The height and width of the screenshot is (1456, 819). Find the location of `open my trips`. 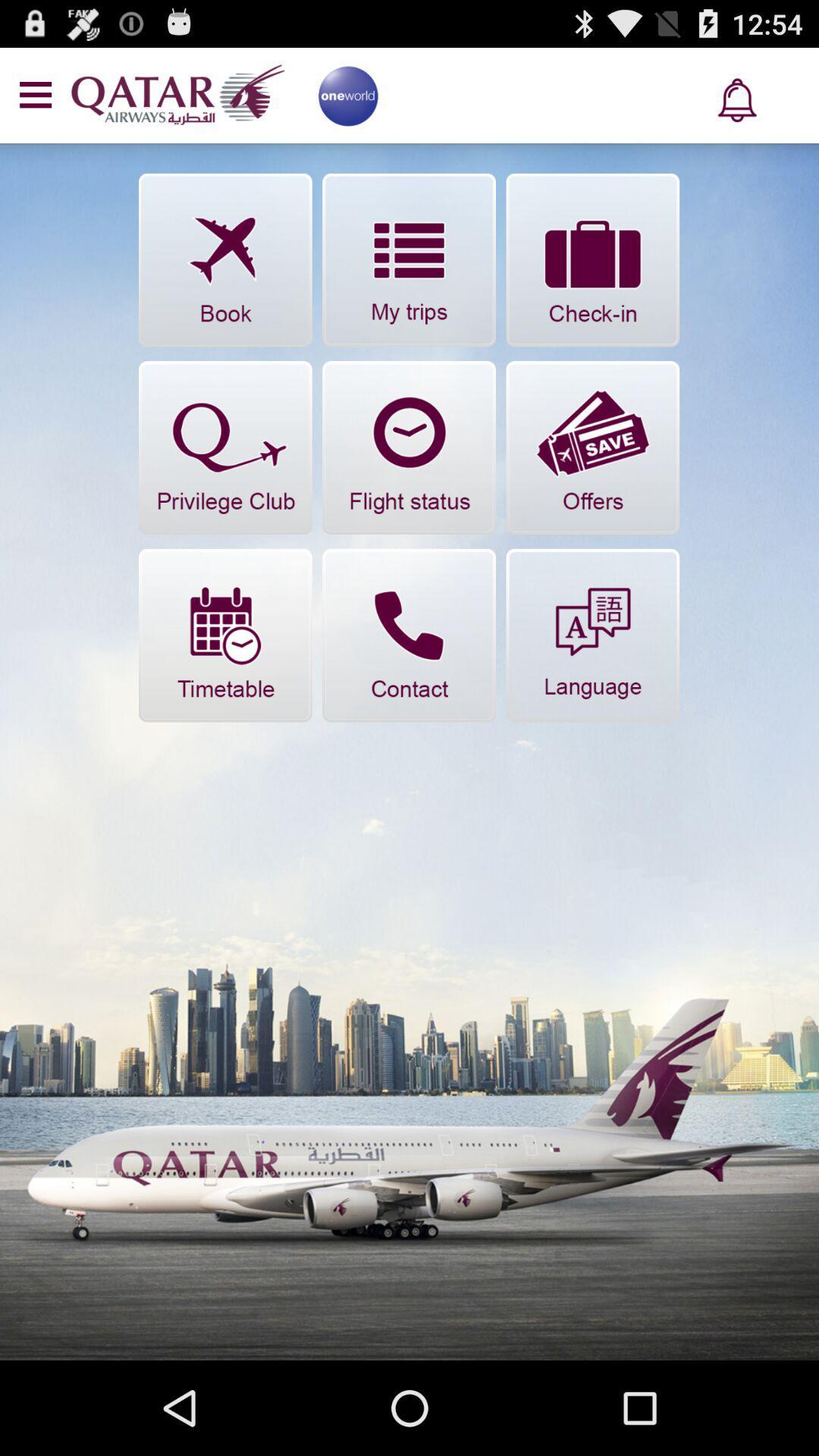

open my trips is located at coordinates (408, 260).